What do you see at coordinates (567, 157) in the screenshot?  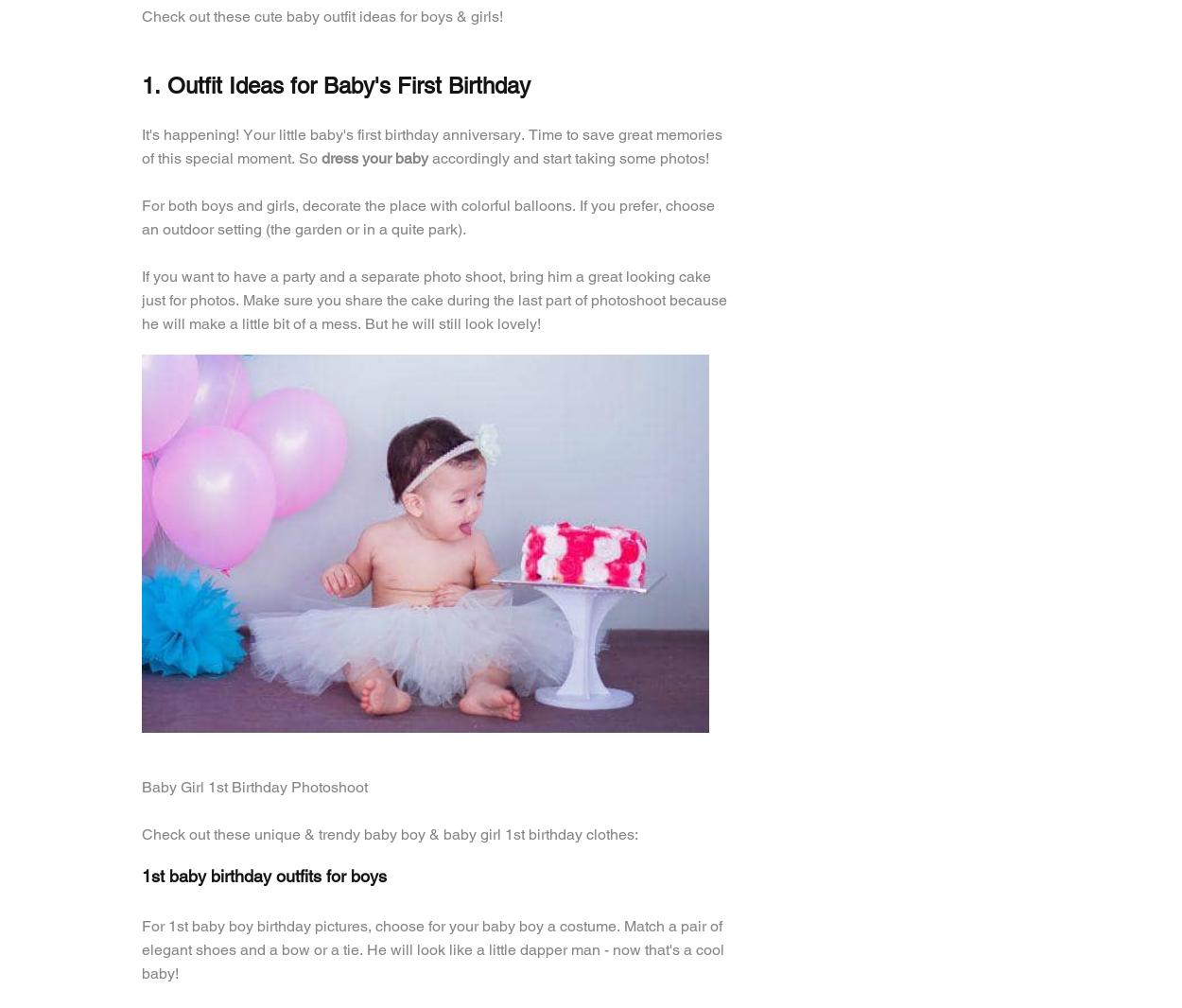 I see `'accordingly and start taking some photos!'` at bounding box center [567, 157].